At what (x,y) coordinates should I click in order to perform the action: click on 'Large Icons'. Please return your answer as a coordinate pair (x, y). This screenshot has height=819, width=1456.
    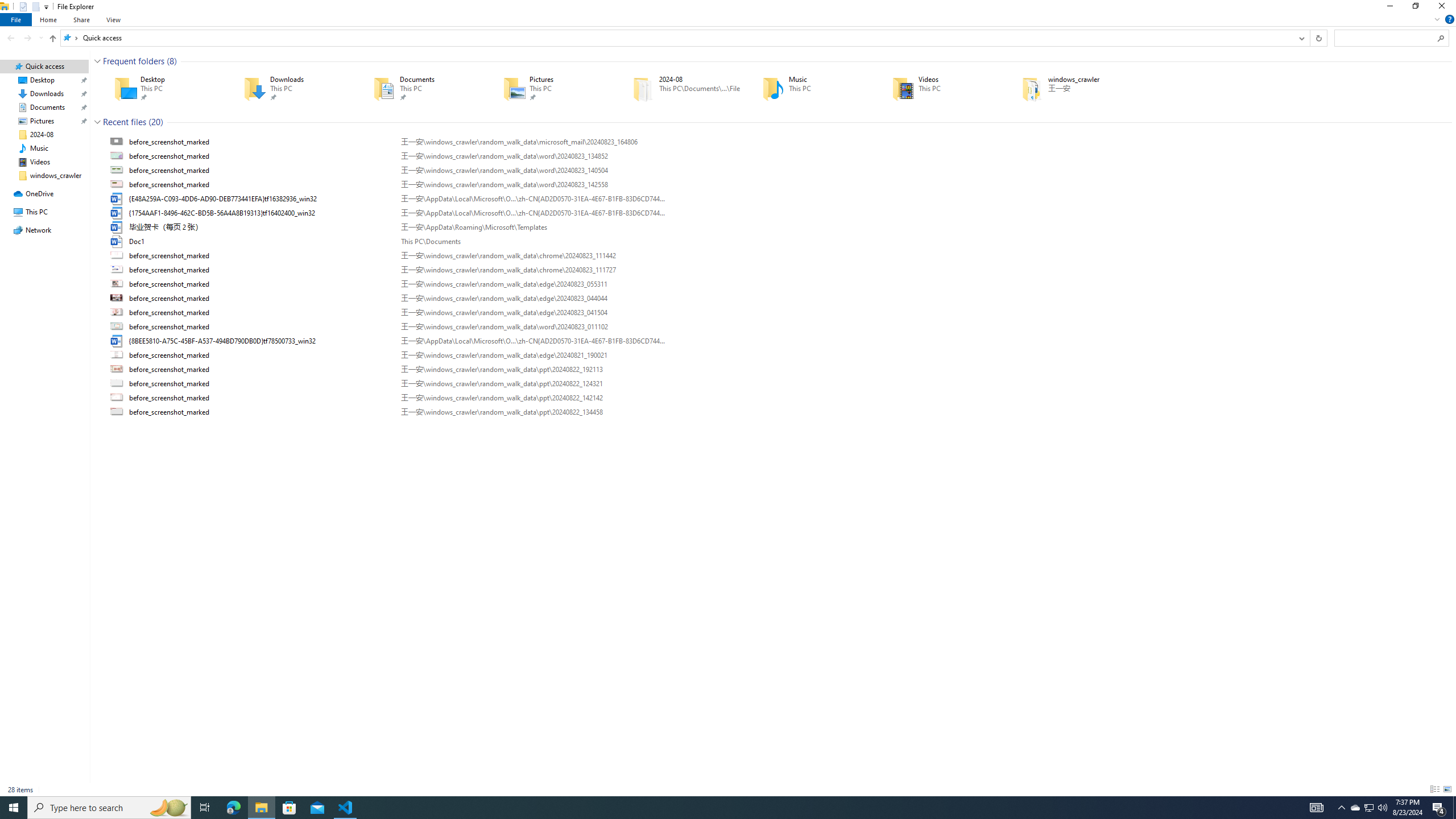
    Looking at the image, I should click on (1446, 789).